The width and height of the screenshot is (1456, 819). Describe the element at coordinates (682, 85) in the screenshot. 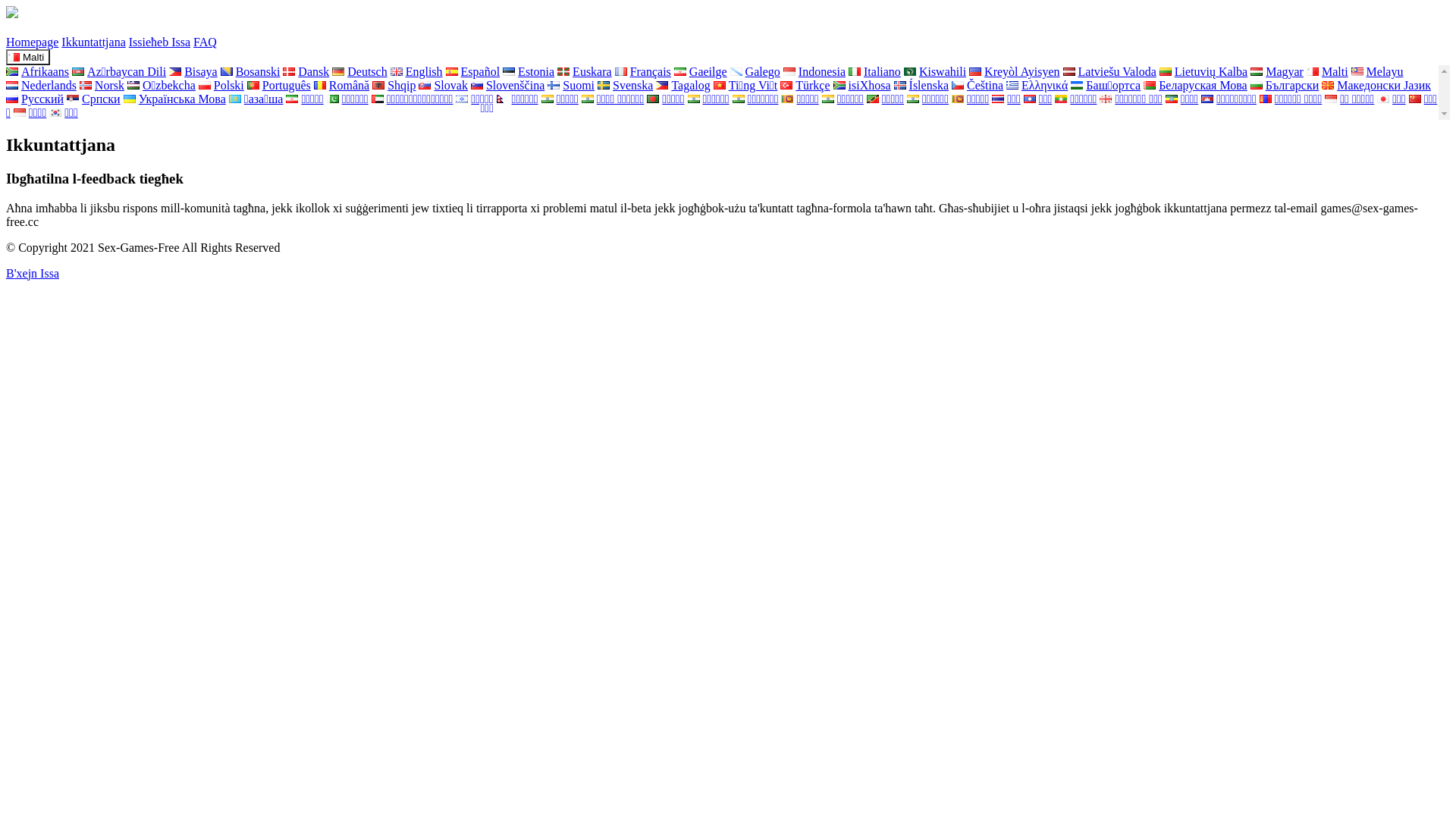

I see `'Tagalog'` at that location.